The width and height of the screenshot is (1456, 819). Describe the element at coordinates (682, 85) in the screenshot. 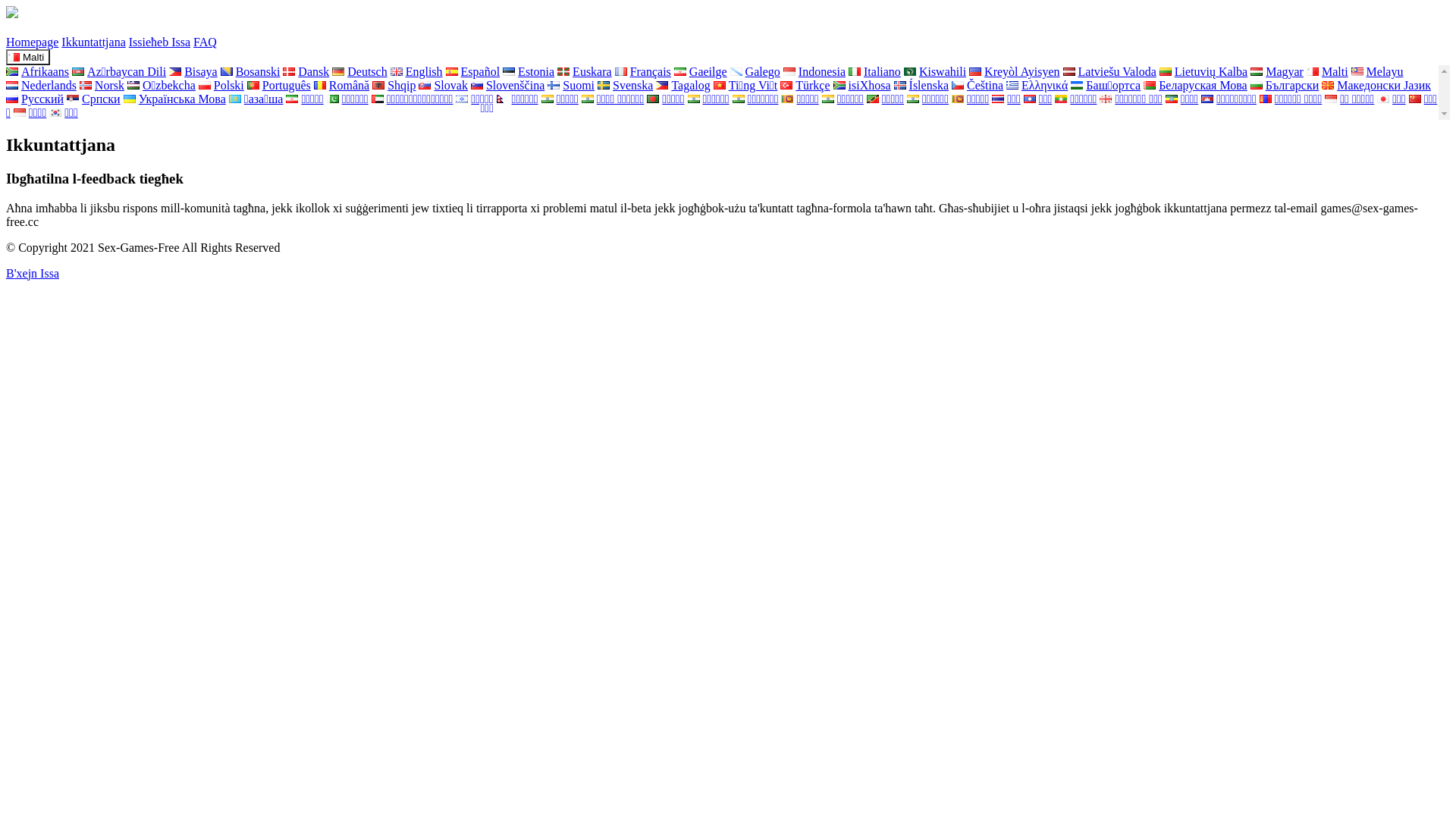

I see `'Tagalog'` at that location.